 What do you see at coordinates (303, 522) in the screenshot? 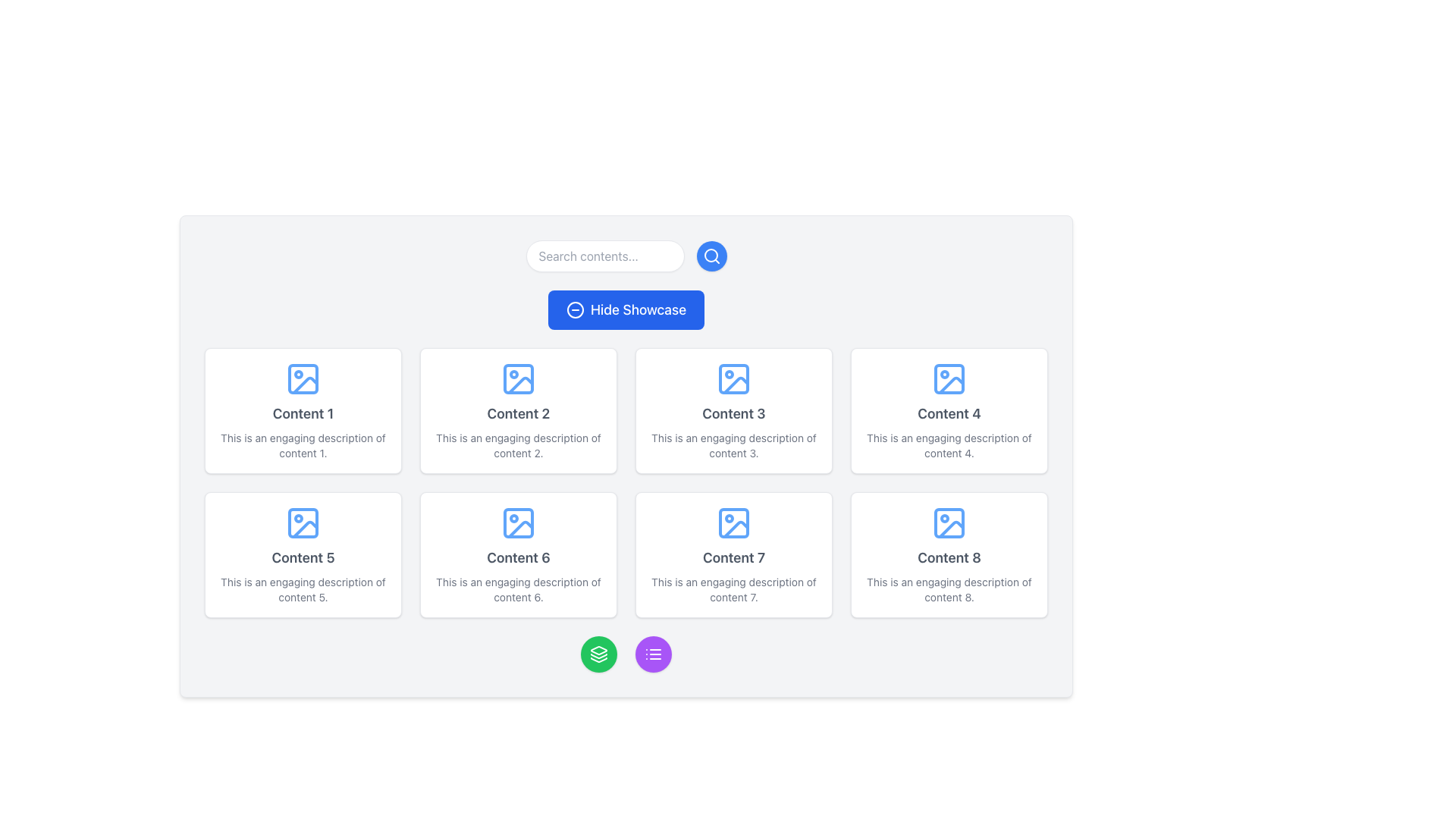
I see `the light blue photo frame icon located in the card labeled 'Content 5' on the second row, first column of the grid layout` at bounding box center [303, 522].